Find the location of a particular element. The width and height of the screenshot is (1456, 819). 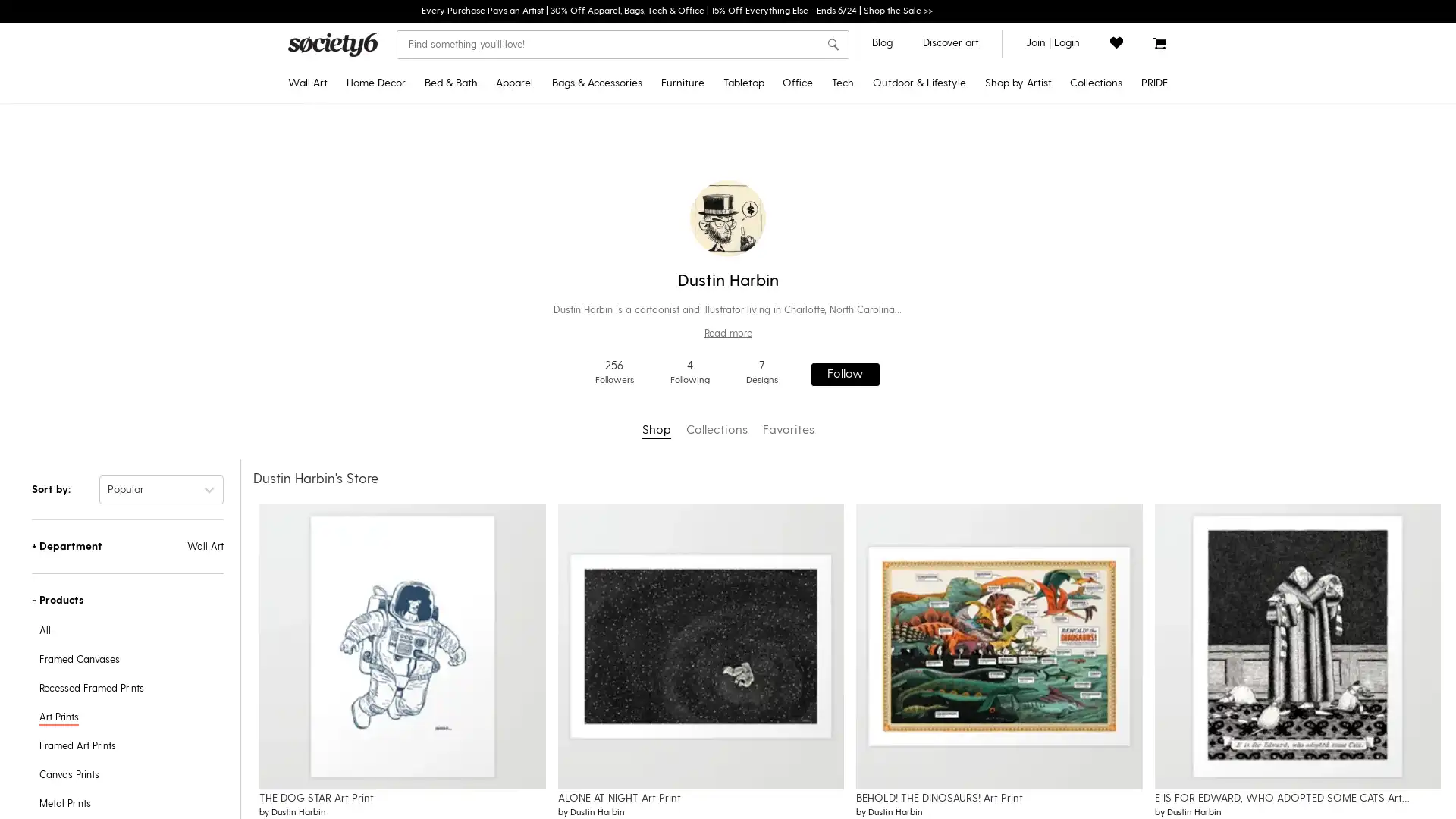

Duvet Covers is located at coordinates (483, 146).